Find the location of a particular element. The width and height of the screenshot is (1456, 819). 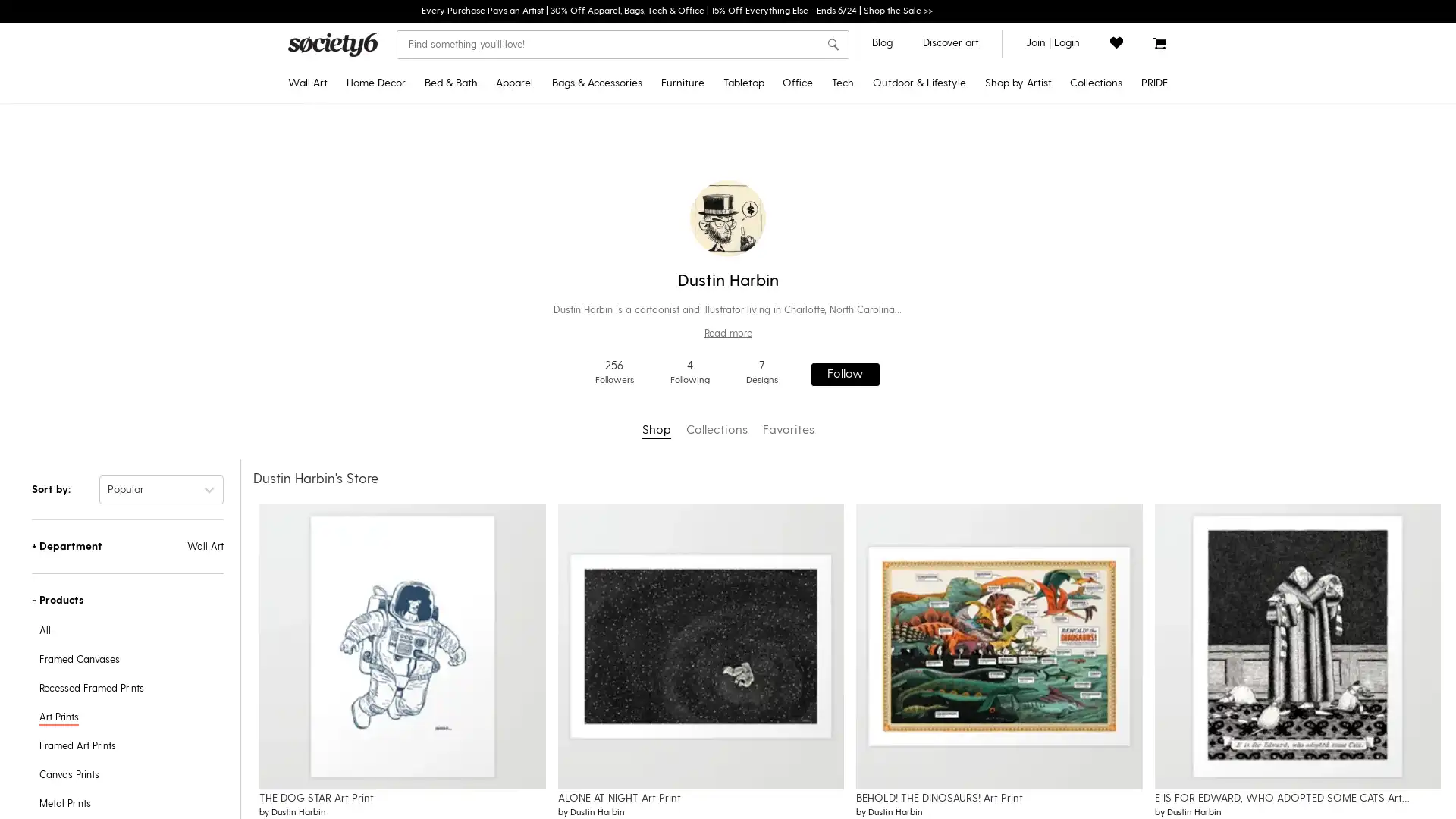

Duvet Covers is located at coordinates (483, 146).